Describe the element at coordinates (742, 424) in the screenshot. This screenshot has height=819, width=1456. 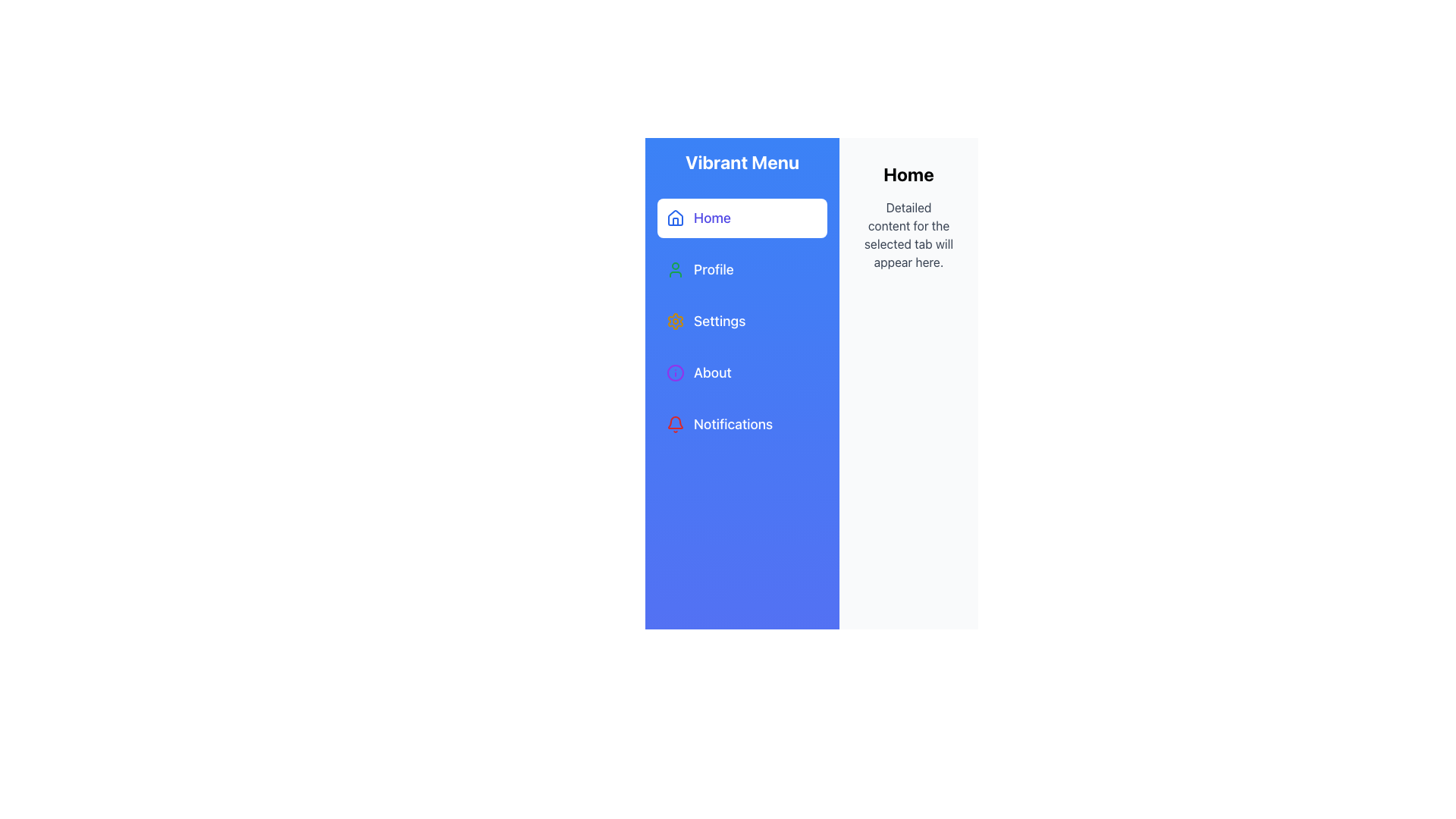
I see `the 'Notifications' menu option button, which is the fifth item in the vertical navigation menu styled against a blue background` at that location.